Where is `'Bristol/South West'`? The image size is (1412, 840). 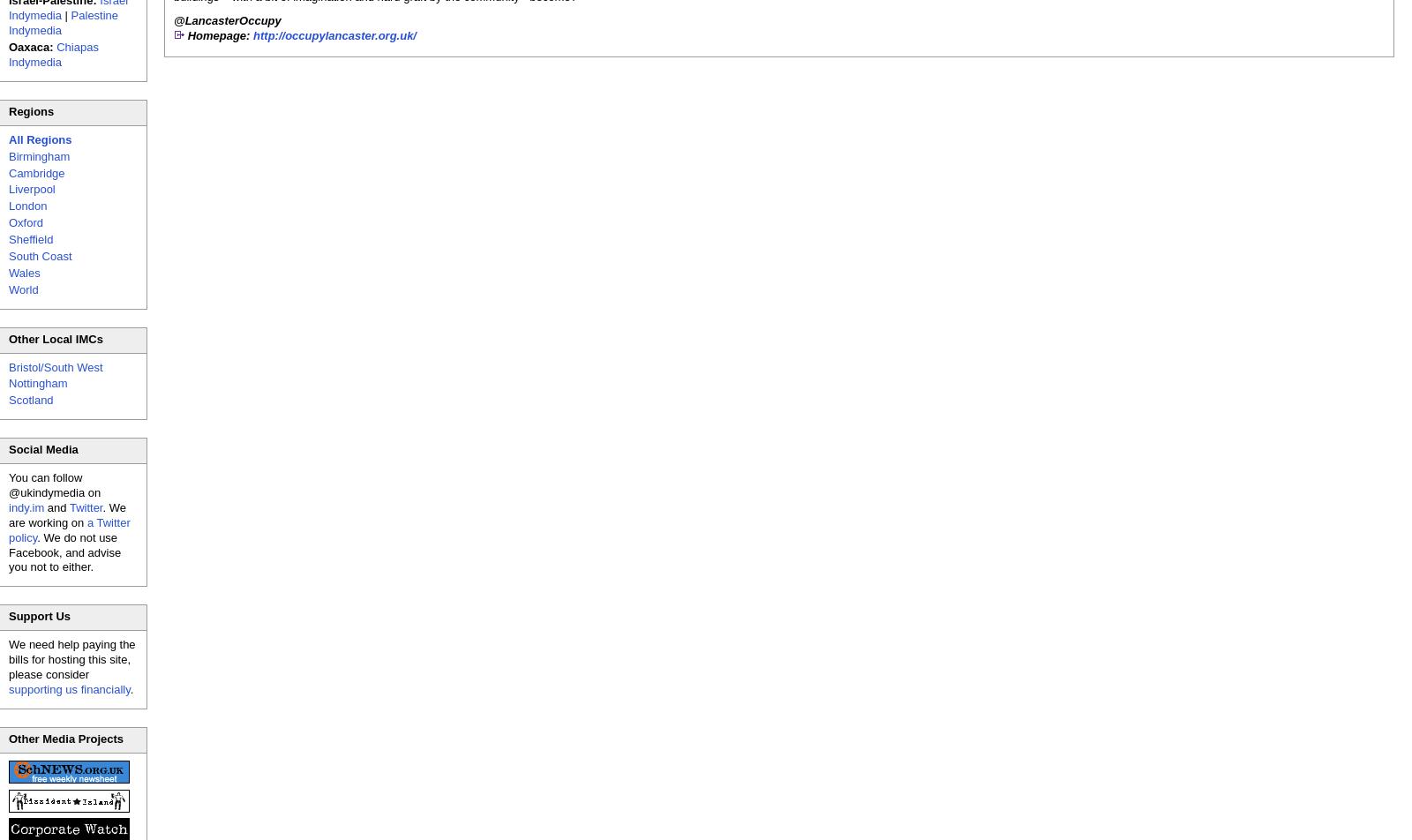 'Bristol/South West' is located at coordinates (8, 366).